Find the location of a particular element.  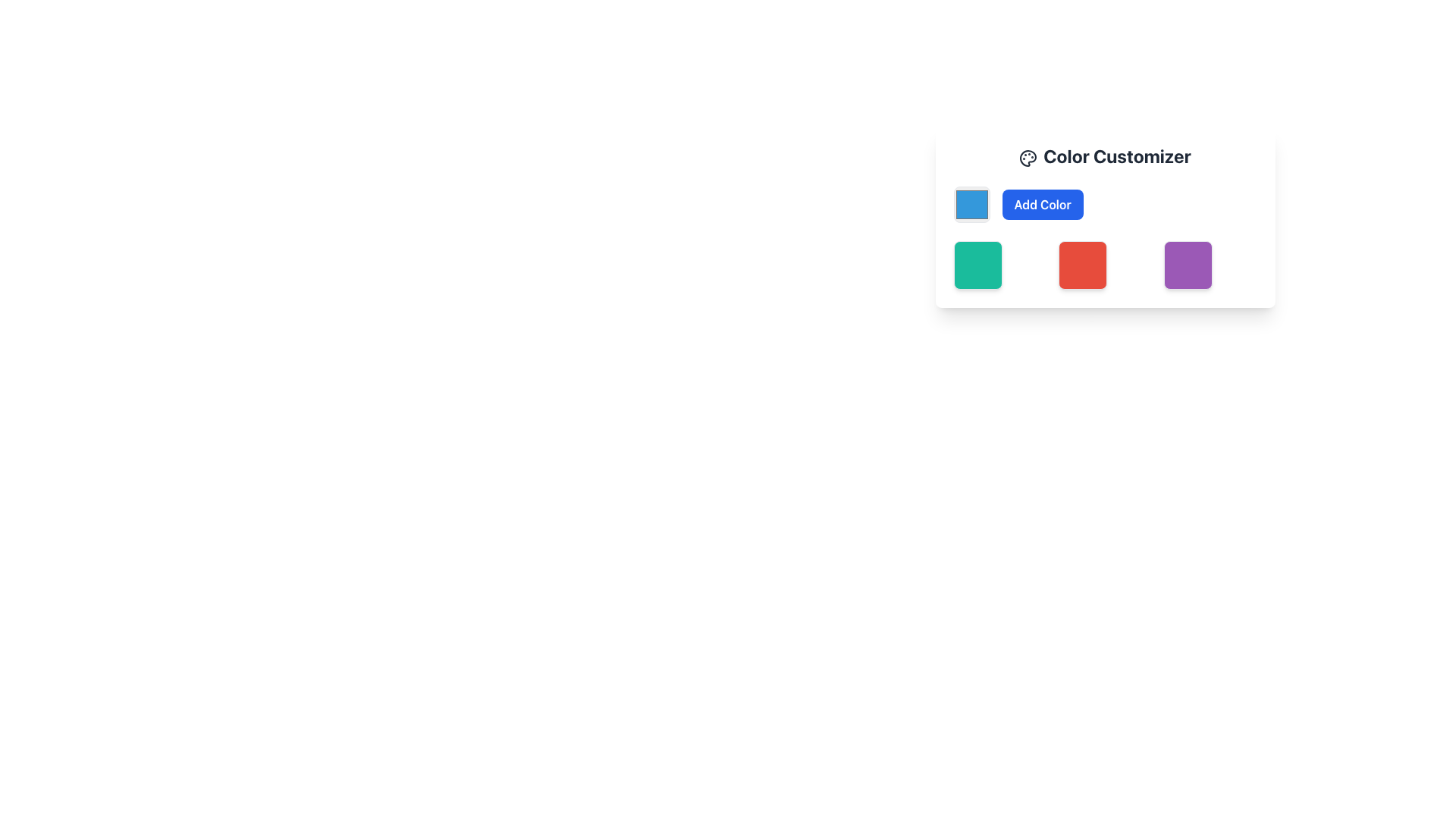

the 'Color Customizer' header text that features a palette icon on the left, styled in bold and large dark gray font is located at coordinates (1105, 155).